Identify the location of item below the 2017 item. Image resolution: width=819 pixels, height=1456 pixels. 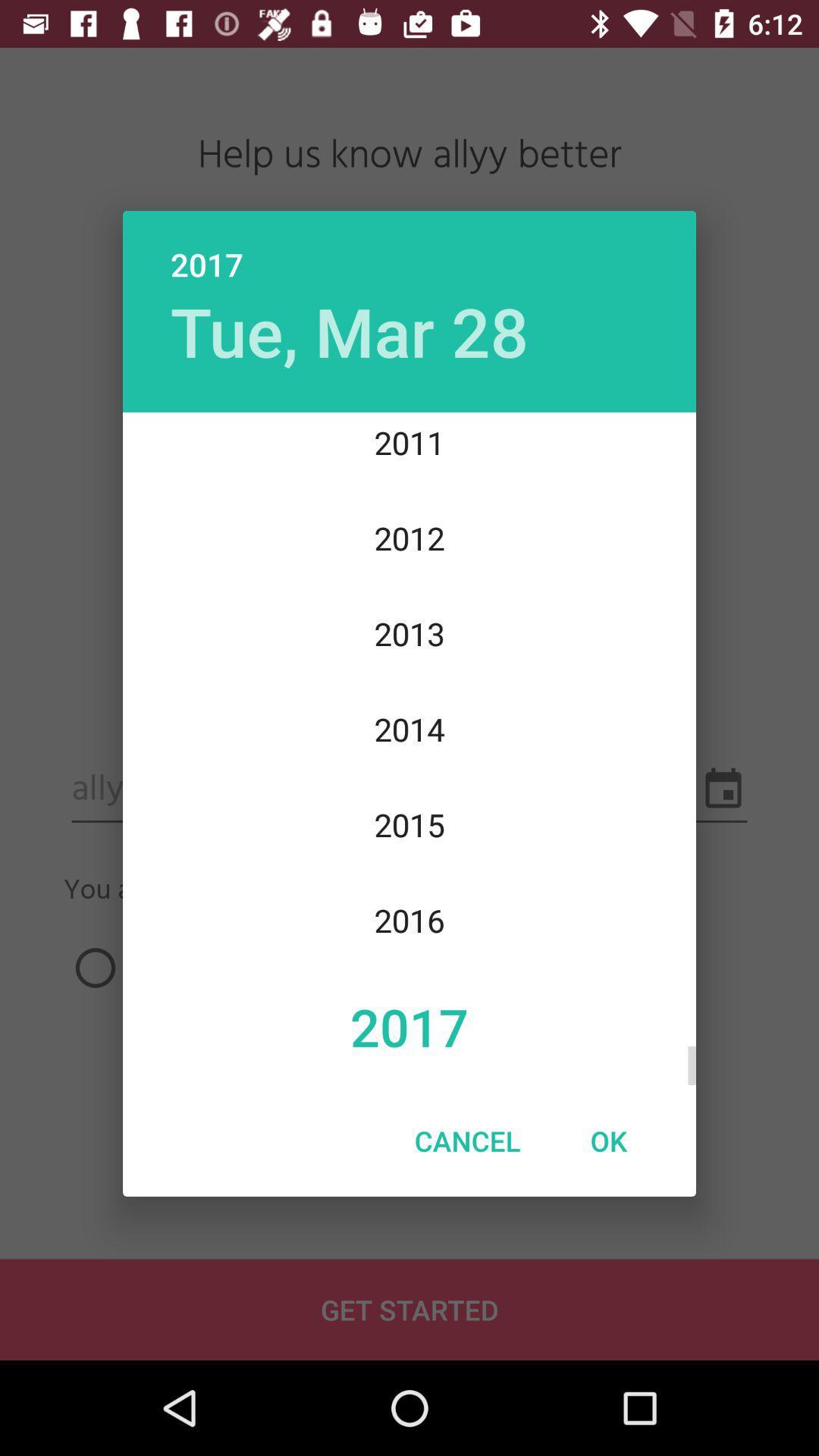
(466, 1141).